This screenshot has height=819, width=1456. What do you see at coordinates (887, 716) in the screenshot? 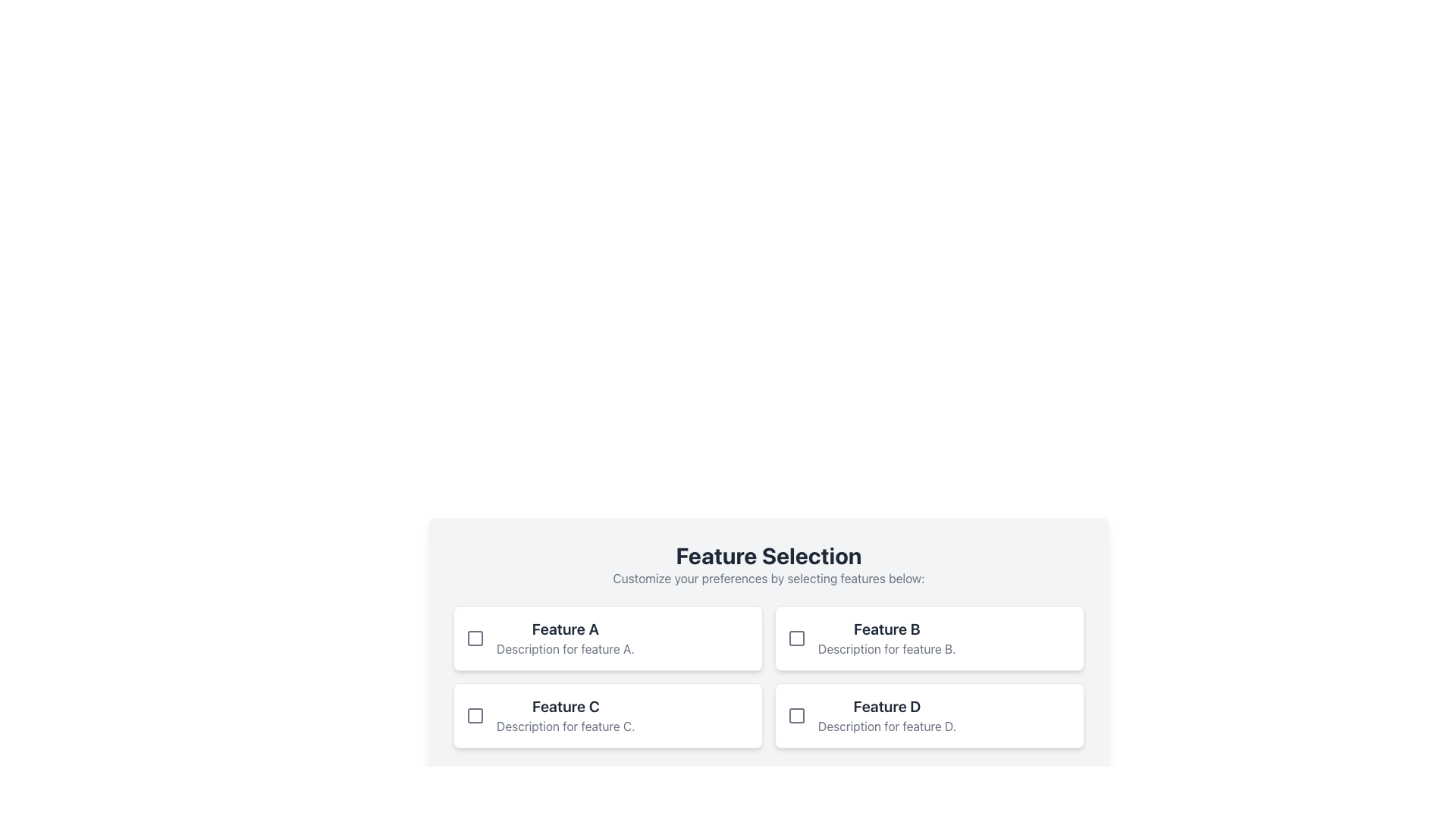
I see `the text label displaying 'Feature D' with a description 'Description for feature D.' in the bottom right of the 'Feature Selection' grid` at bounding box center [887, 716].